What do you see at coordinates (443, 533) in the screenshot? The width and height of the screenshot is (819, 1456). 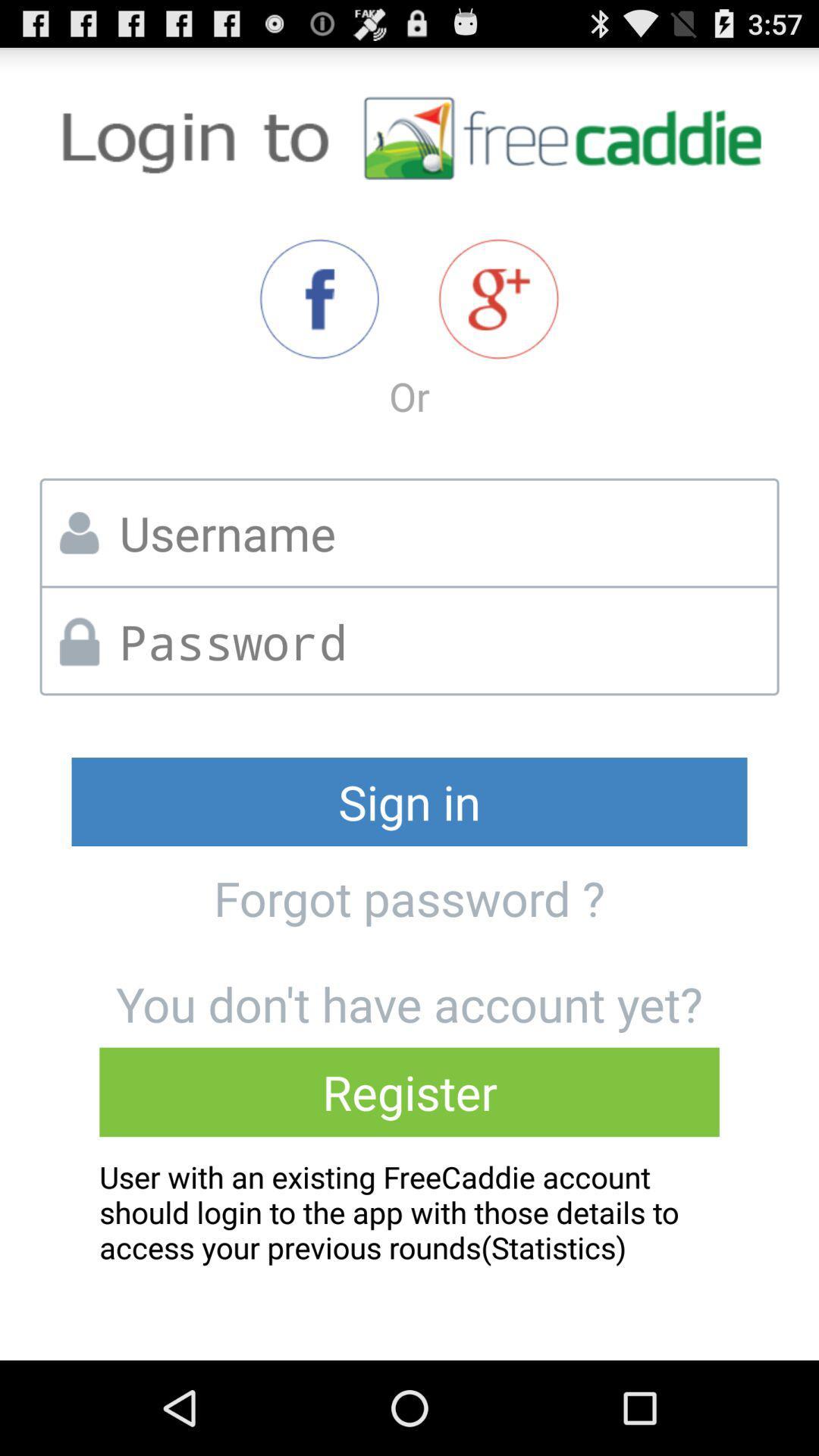 I see `type in username` at bounding box center [443, 533].